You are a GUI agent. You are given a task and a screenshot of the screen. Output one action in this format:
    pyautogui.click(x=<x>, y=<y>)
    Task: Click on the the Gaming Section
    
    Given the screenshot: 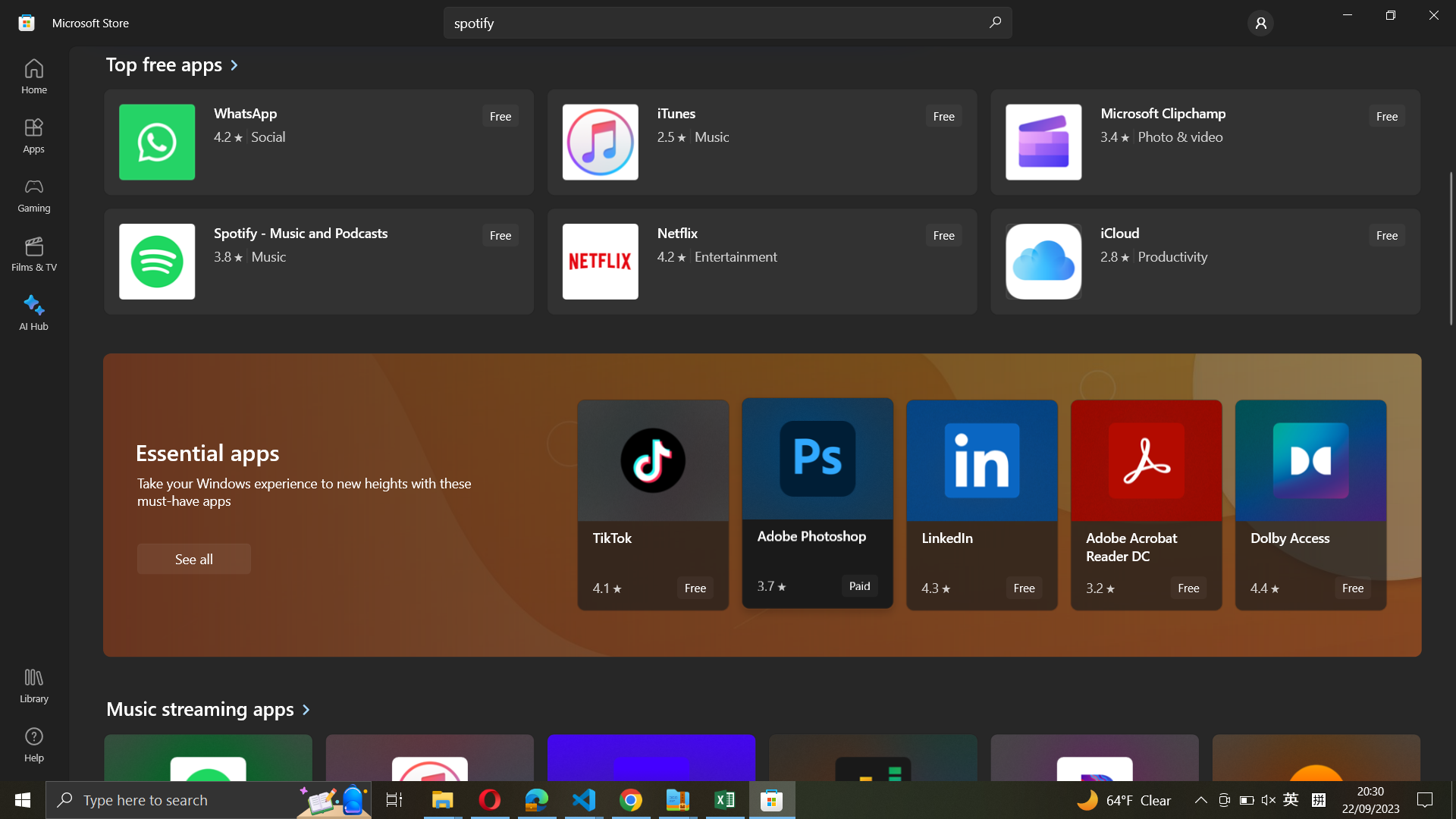 What is the action you would take?
    pyautogui.click(x=35, y=195)
    